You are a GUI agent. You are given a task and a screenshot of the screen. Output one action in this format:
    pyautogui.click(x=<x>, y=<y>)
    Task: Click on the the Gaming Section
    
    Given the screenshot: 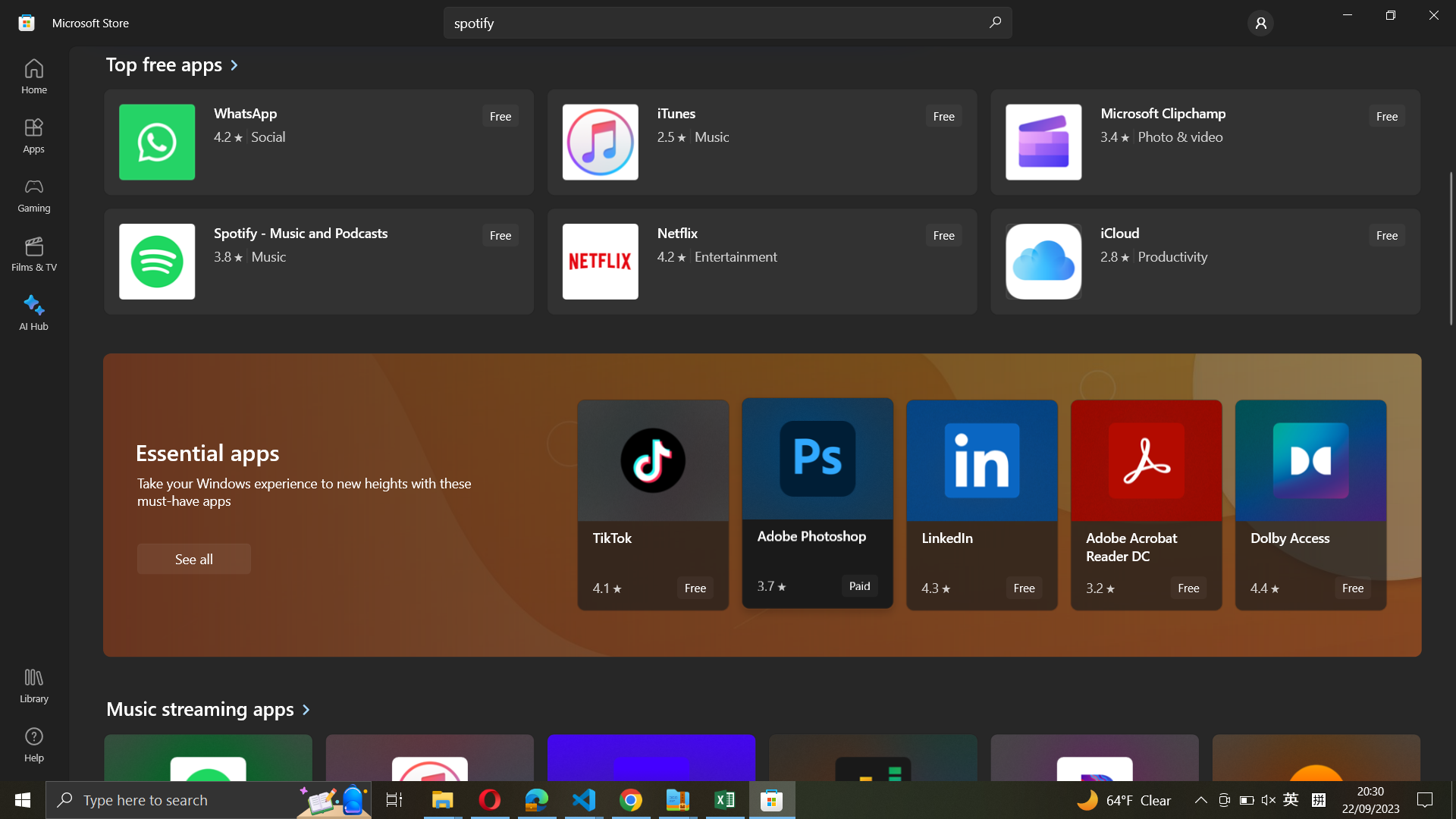 What is the action you would take?
    pyautogui.click(x=35, y=195)
    